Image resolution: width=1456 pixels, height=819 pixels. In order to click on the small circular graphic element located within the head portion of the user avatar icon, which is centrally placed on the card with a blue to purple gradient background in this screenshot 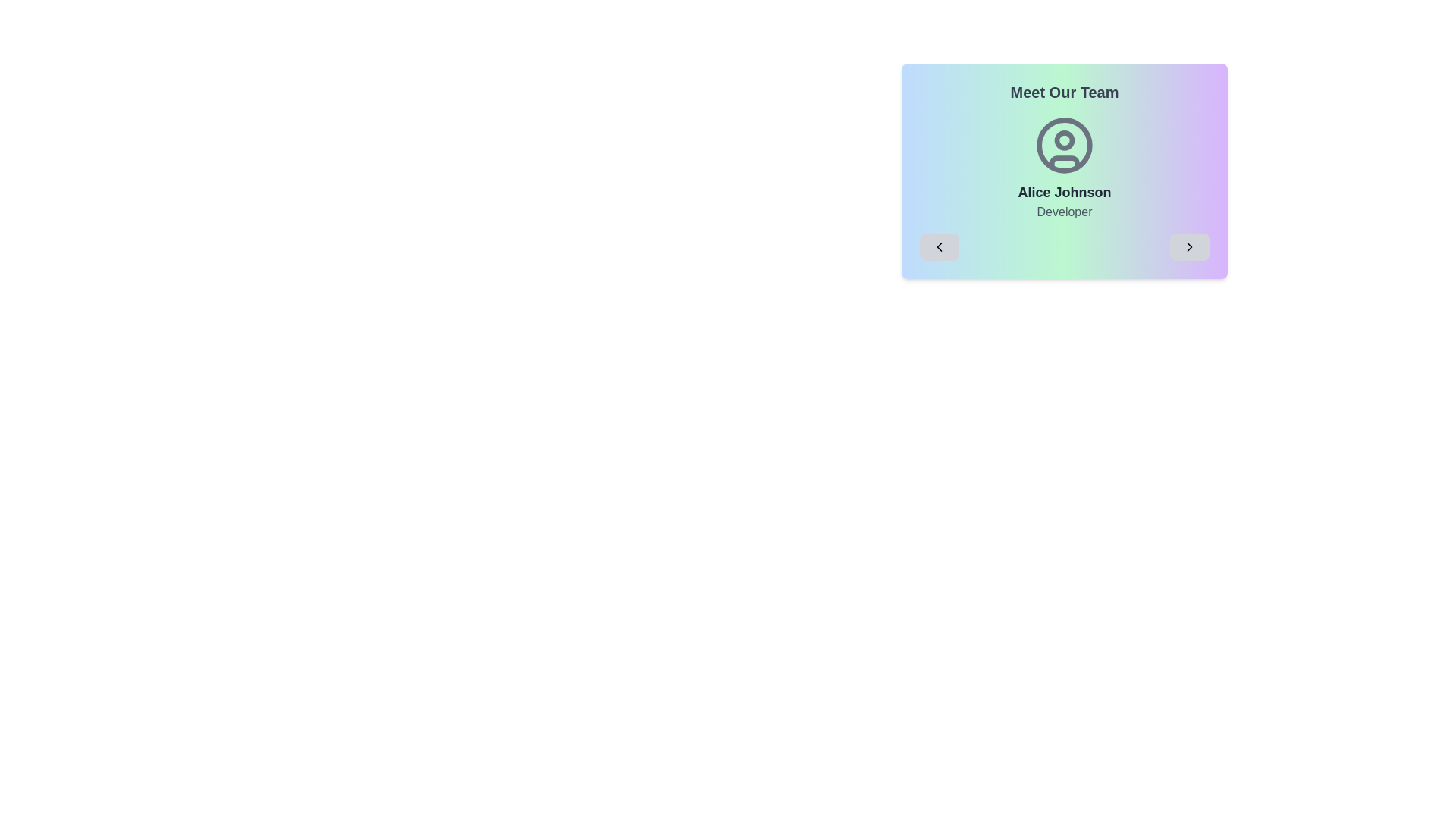, I will do `click(1063, 140)`.